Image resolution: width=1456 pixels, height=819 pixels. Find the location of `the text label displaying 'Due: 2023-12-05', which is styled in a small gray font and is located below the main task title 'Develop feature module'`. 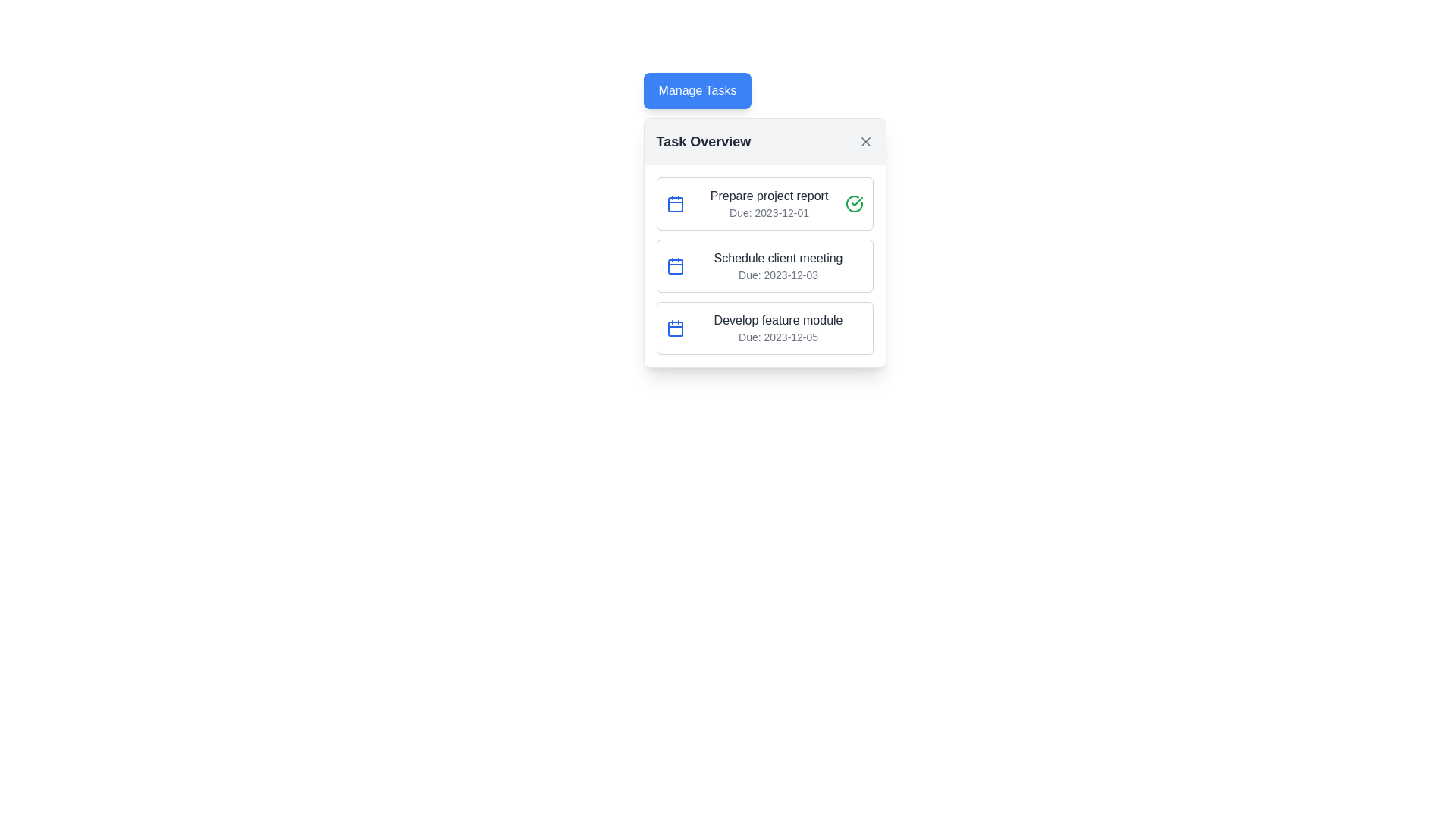

the text label displaying 'Due: 2023-12-05', which is styled in a small gray font and is located below the main task title 'Develop feature module' is located at coordinates (778, 336).